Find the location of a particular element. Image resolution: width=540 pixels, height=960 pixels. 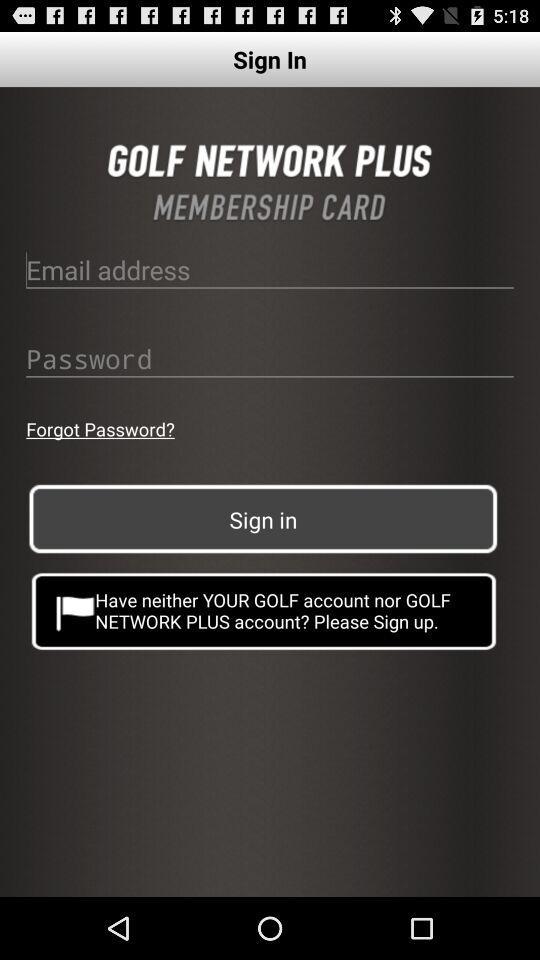

button above the sign in button is located at coordinates (99, 429).